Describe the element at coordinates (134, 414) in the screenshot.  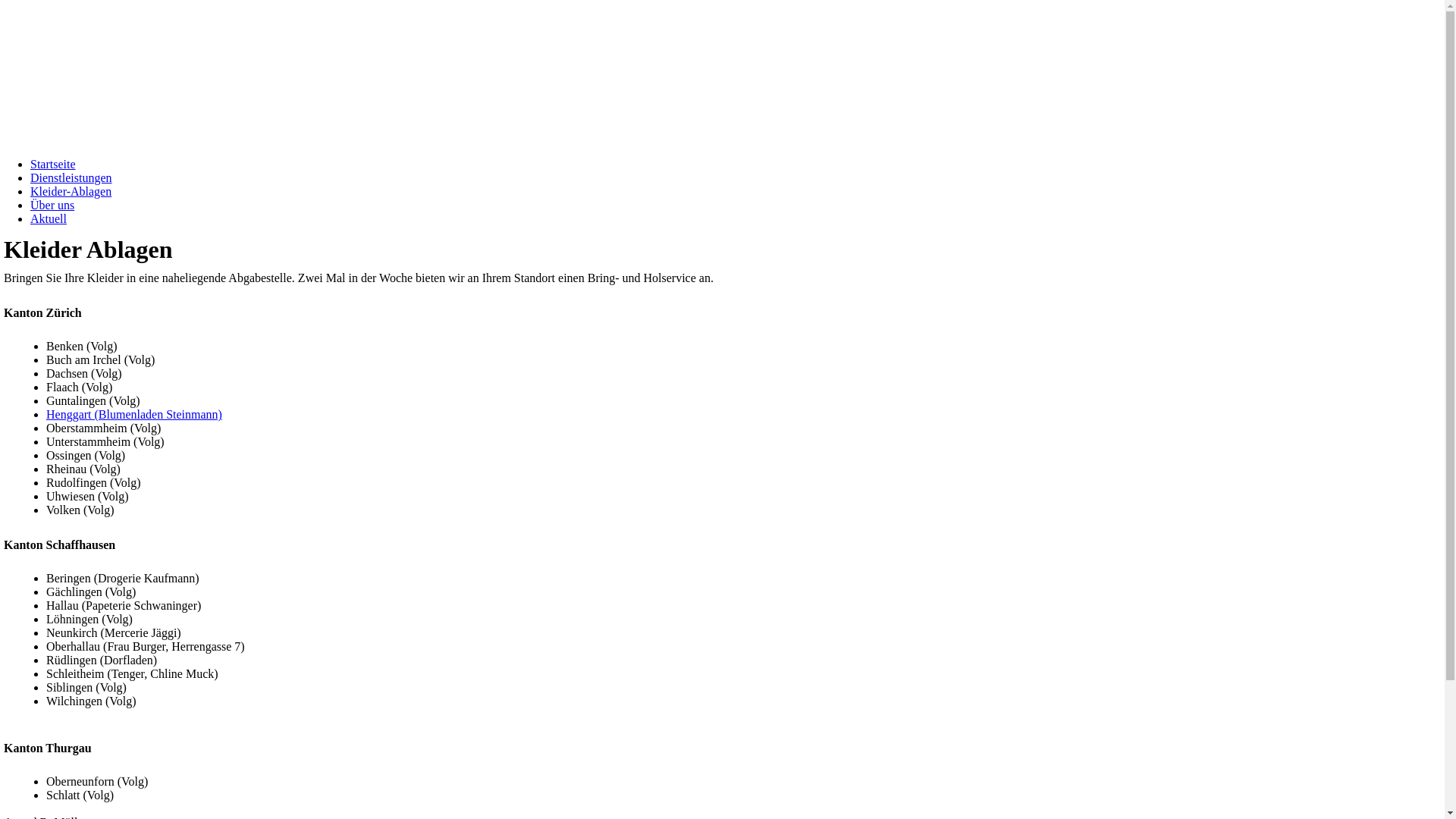
I see `'Henggart (Blumenladen Steinmann)'` at that location.